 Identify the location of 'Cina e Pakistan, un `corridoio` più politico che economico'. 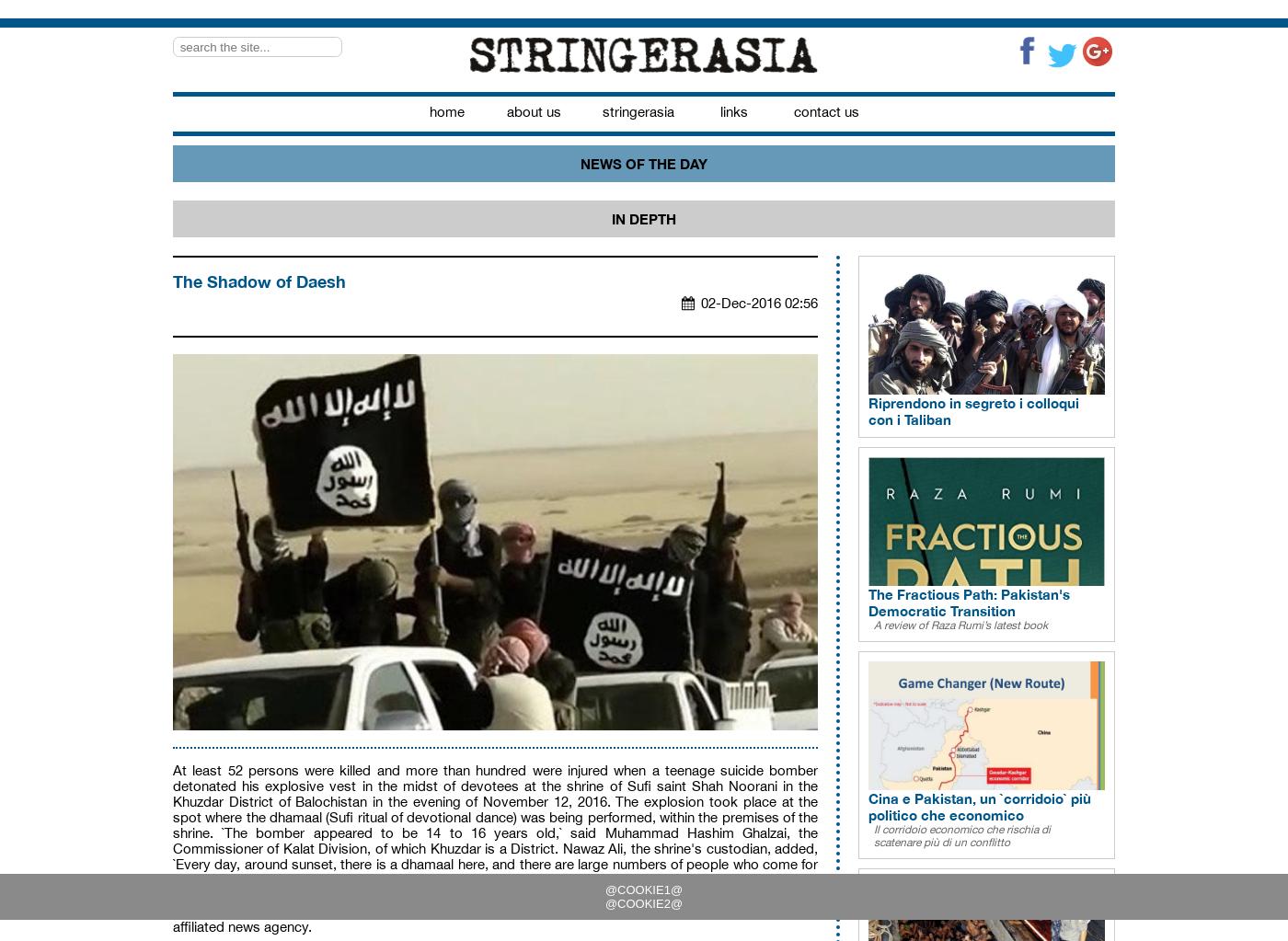
(979, 805).